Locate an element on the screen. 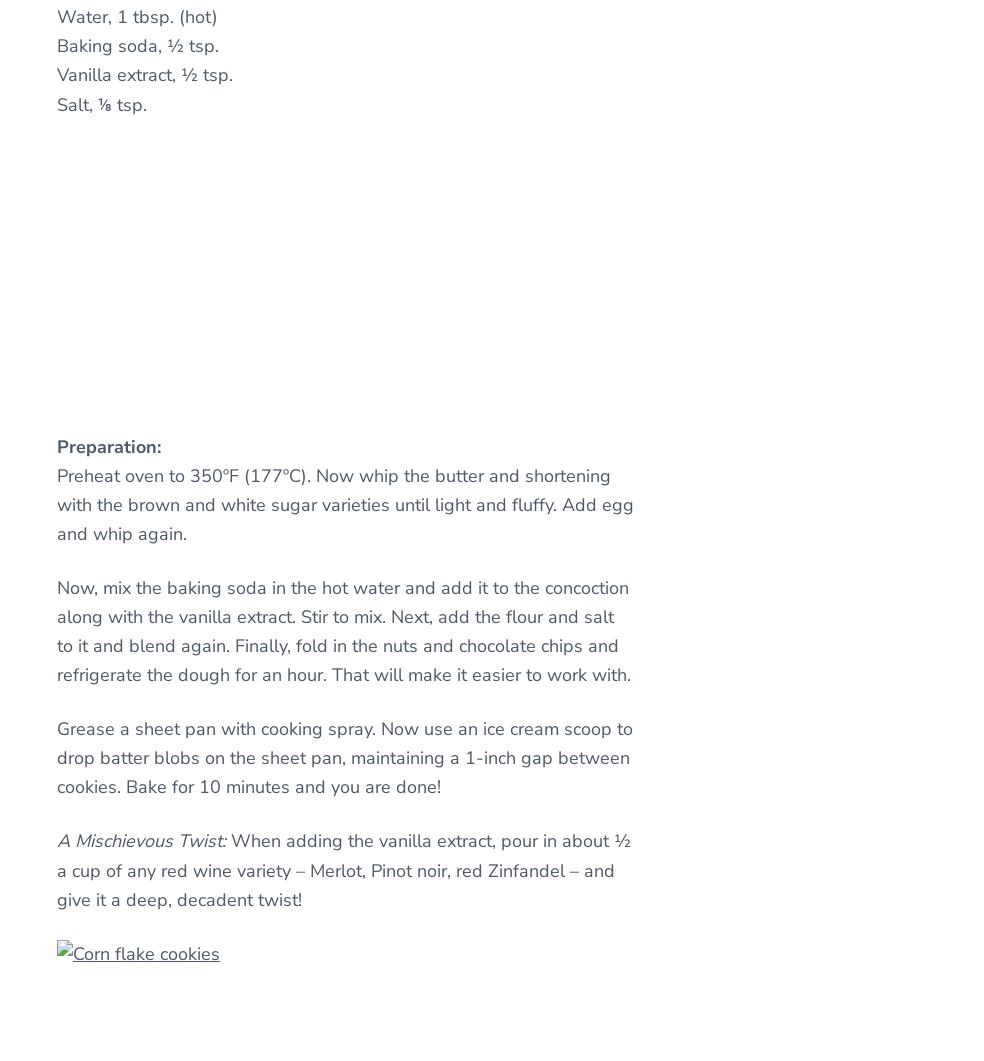  'Vanilla extract, ½ tsp.' is located at coordinates (145, 75).